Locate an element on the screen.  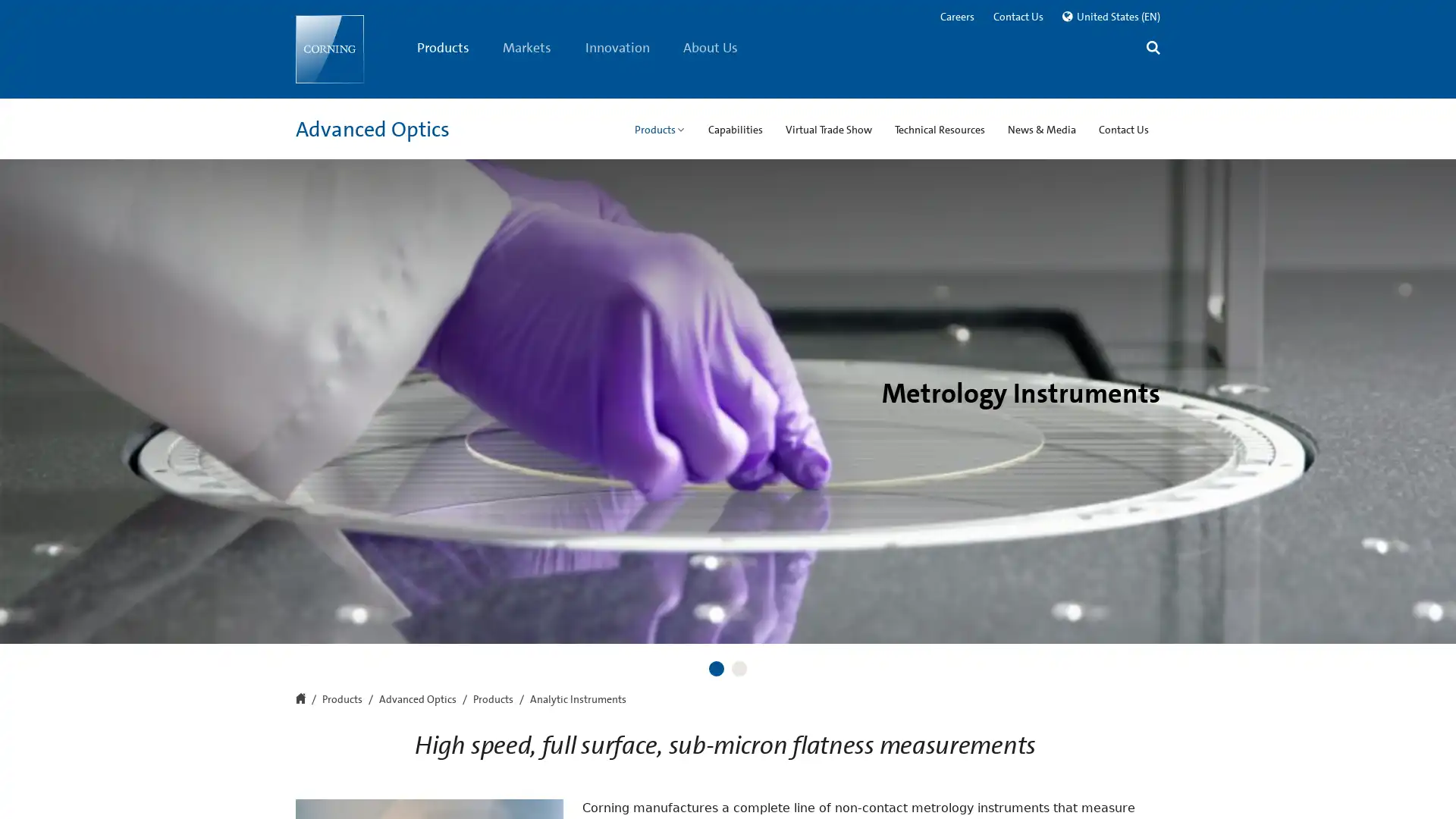
Do Not Sell My Personal Information is located at coordinates (1061, 786).